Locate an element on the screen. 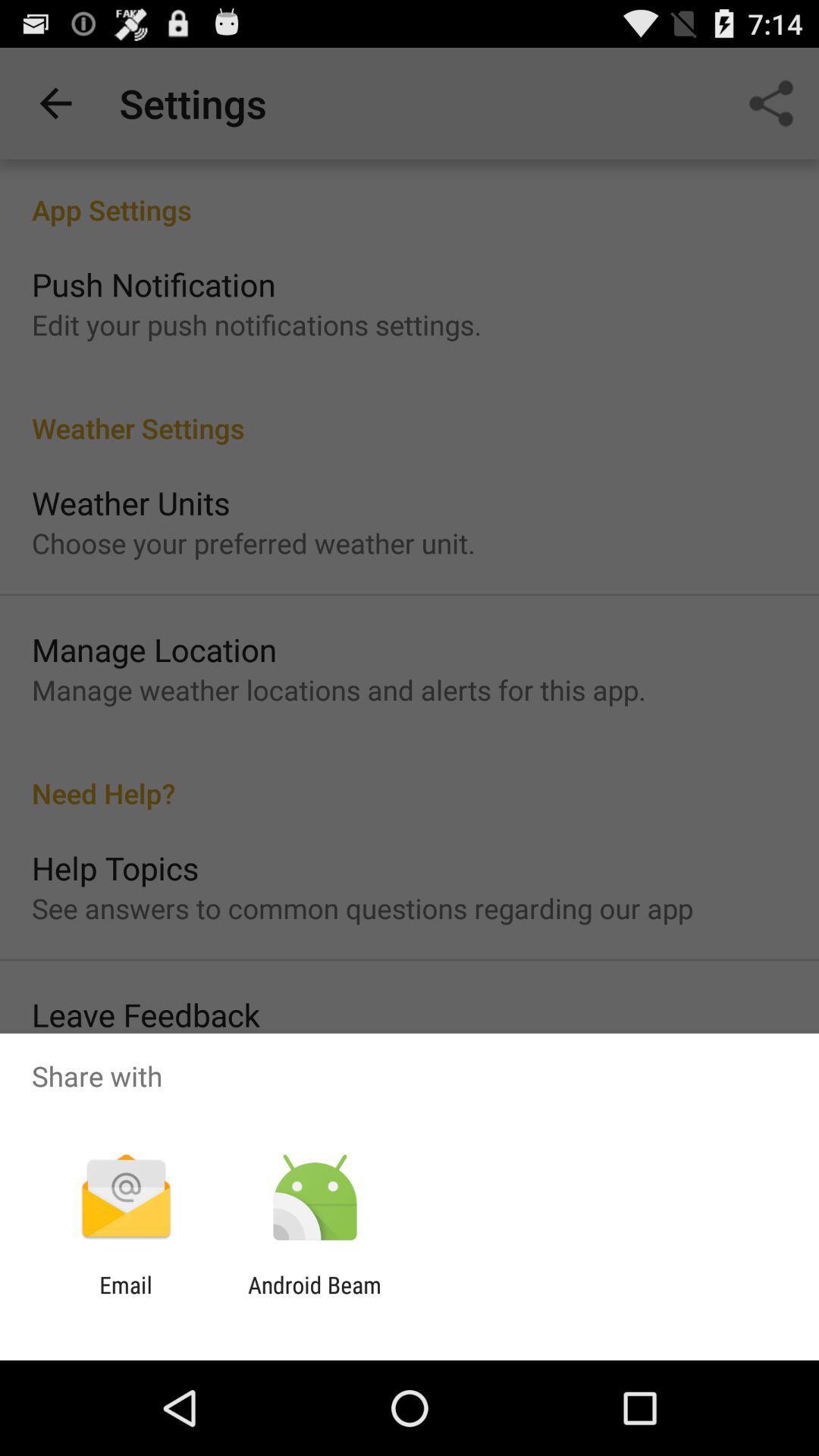 This screenshot has height=1456, width=819. the android beam is located at coordinates (314, 1298).